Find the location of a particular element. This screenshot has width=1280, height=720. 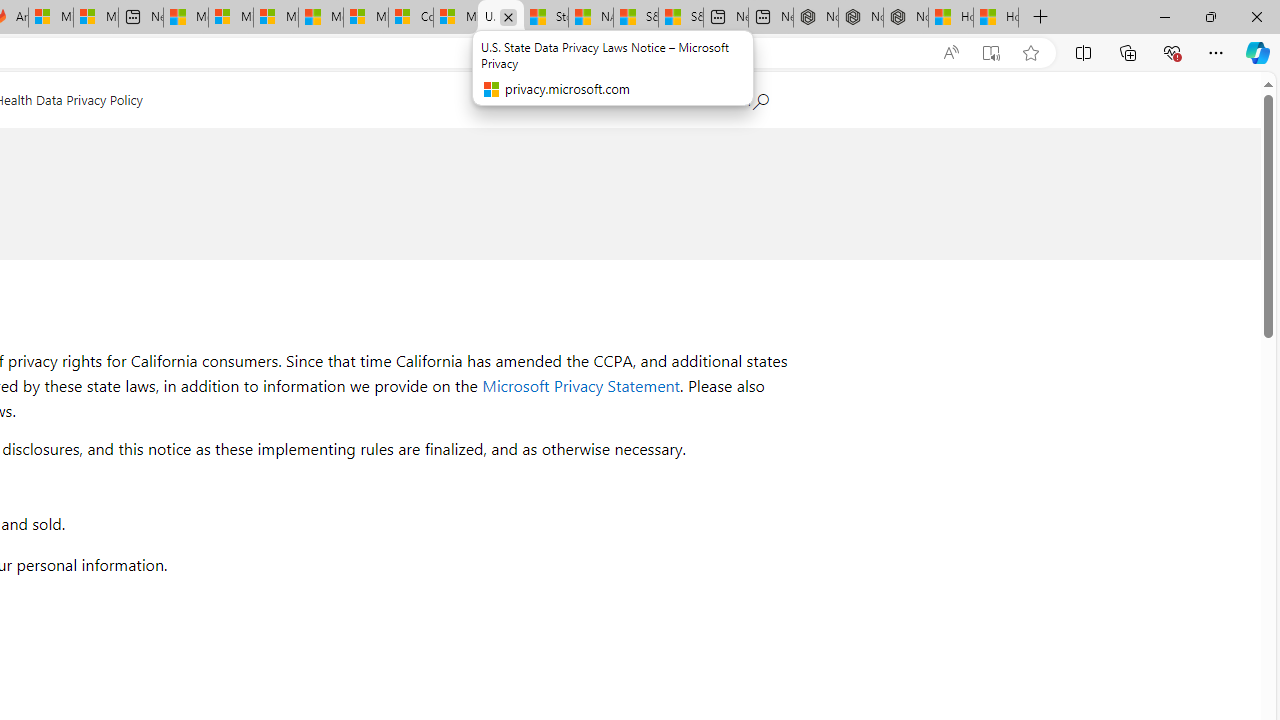

'Enter Immersive Reader (F9)' is located at coordinates (991, 52).